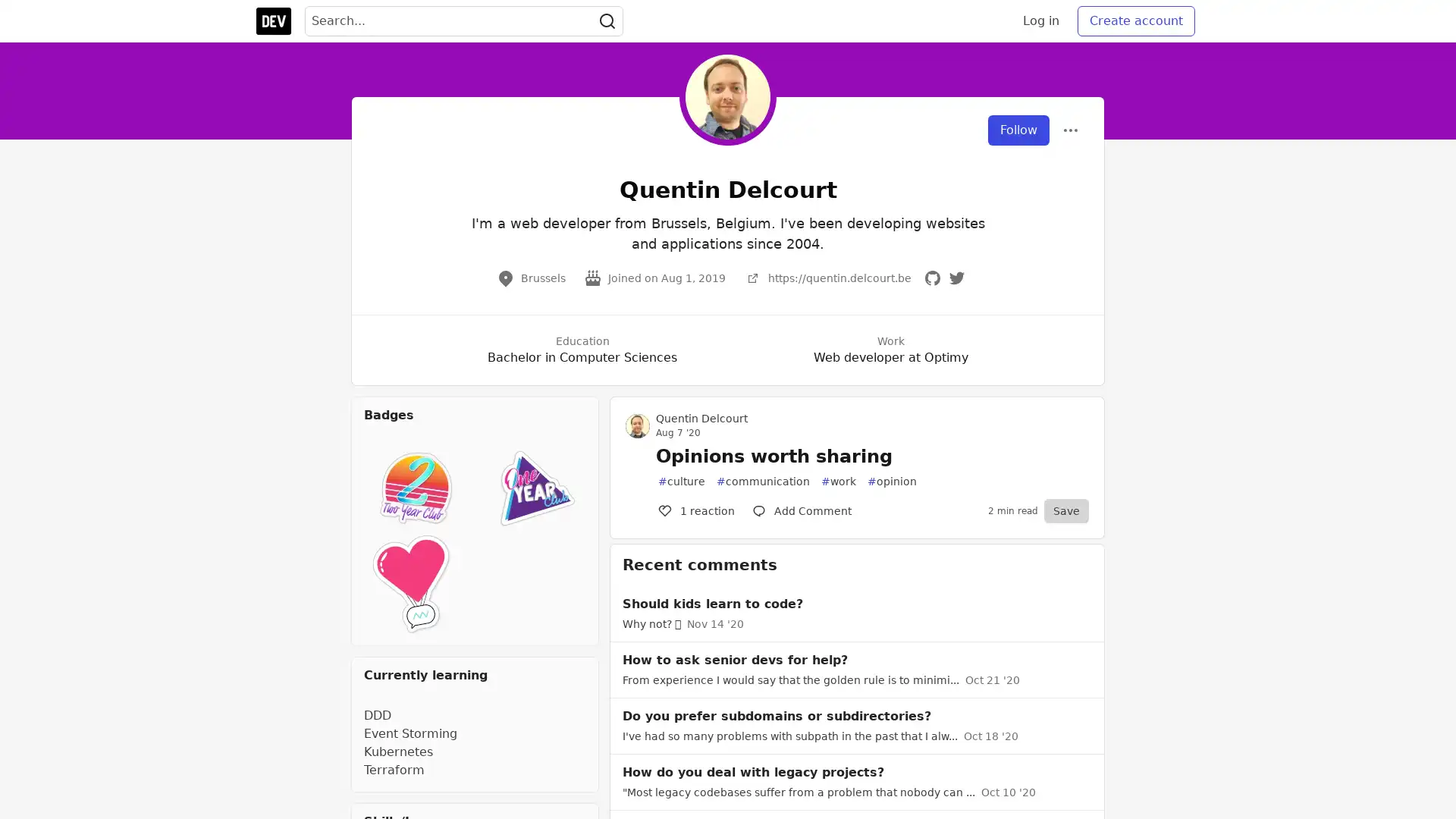 This screenshot has width=1456, height=819. I want to click on Search, so click(607, 20).